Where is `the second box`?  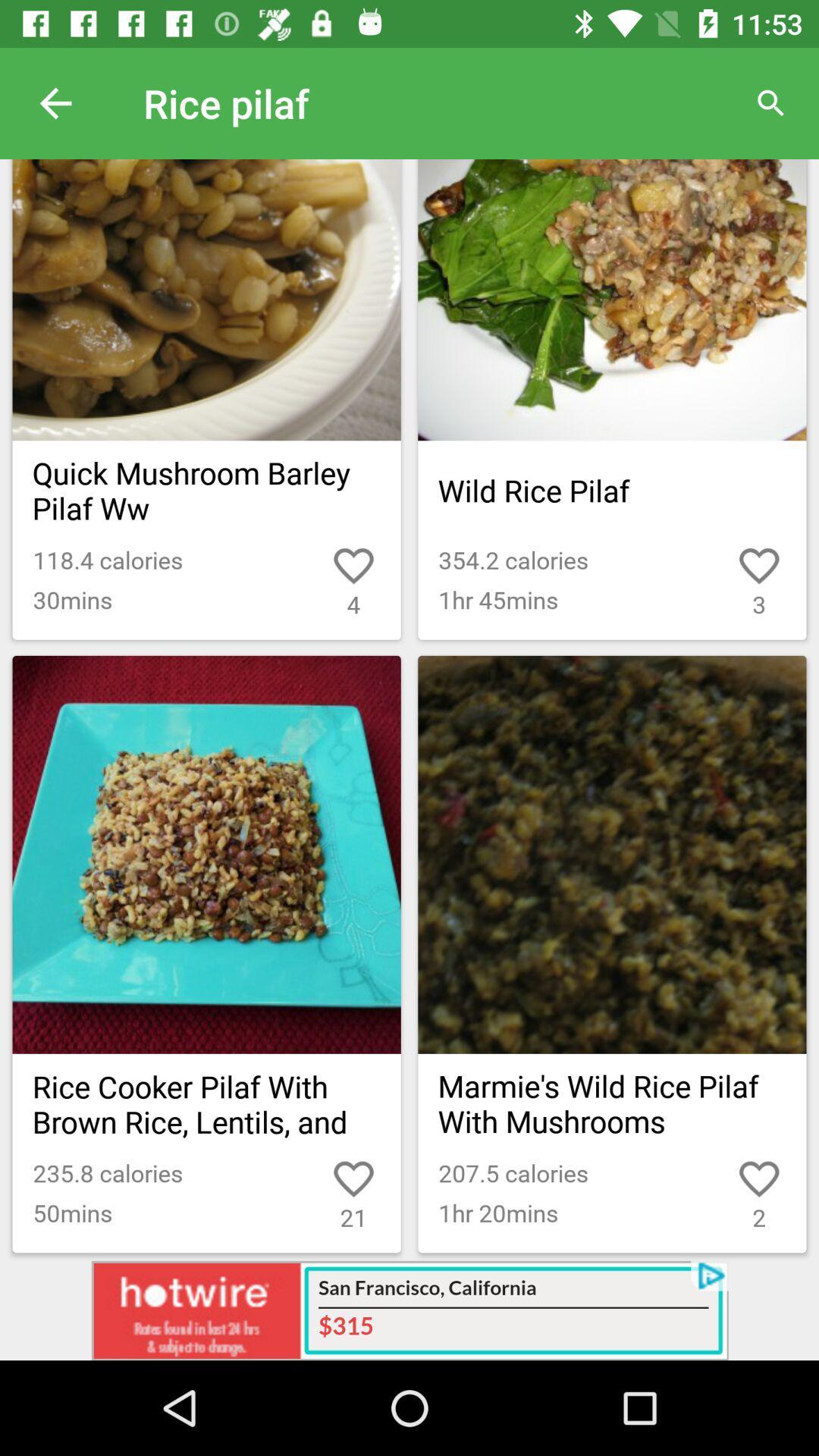
the second box is located at coordinates (611, 400).